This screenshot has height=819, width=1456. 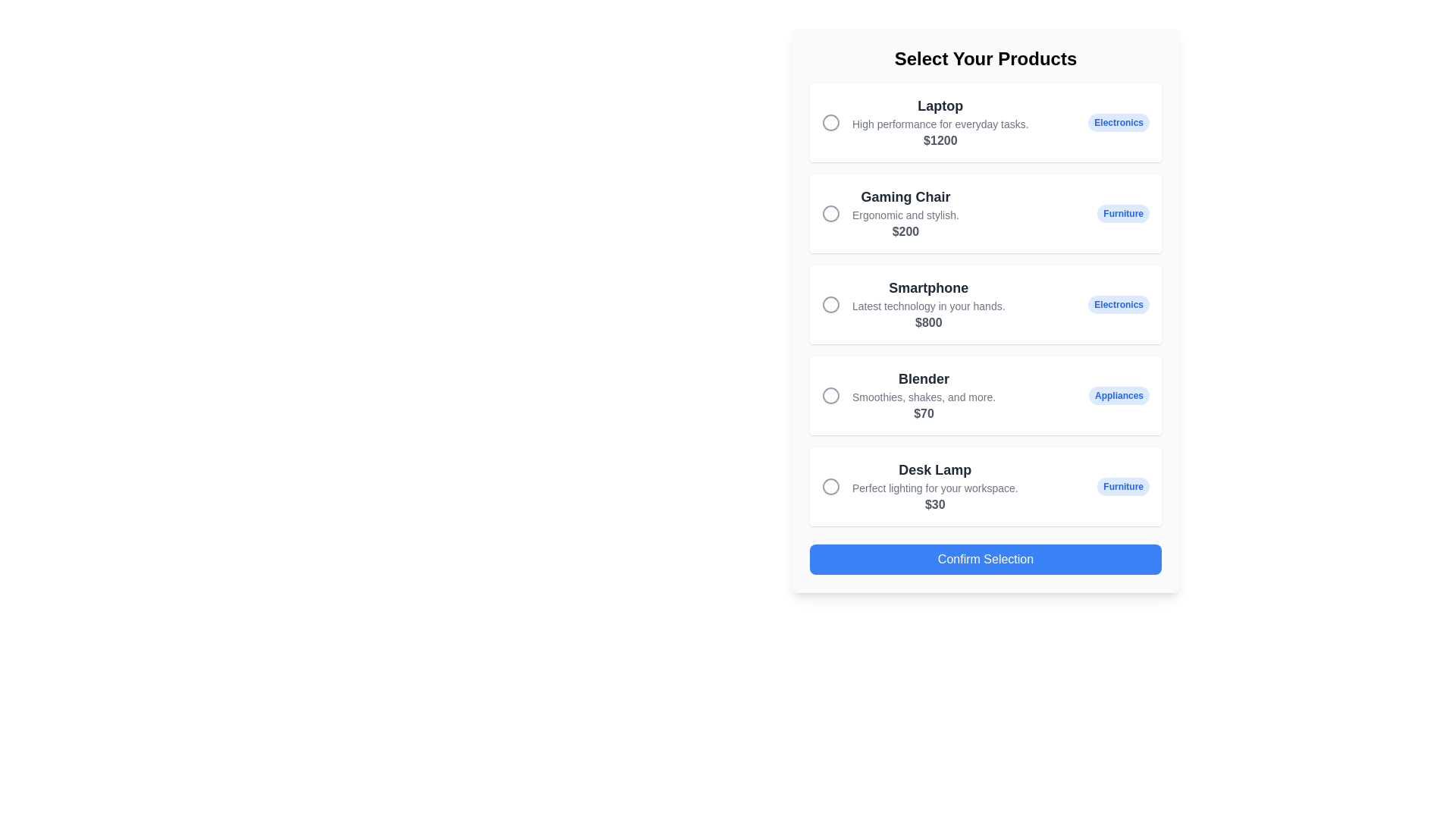 What do you see at coordinates (908, 394) in the screenshot?
I see `the selectable circle for the 'Blender' product information, which is the fourth item in a vertical list of products` at bounding box center [908, 394].